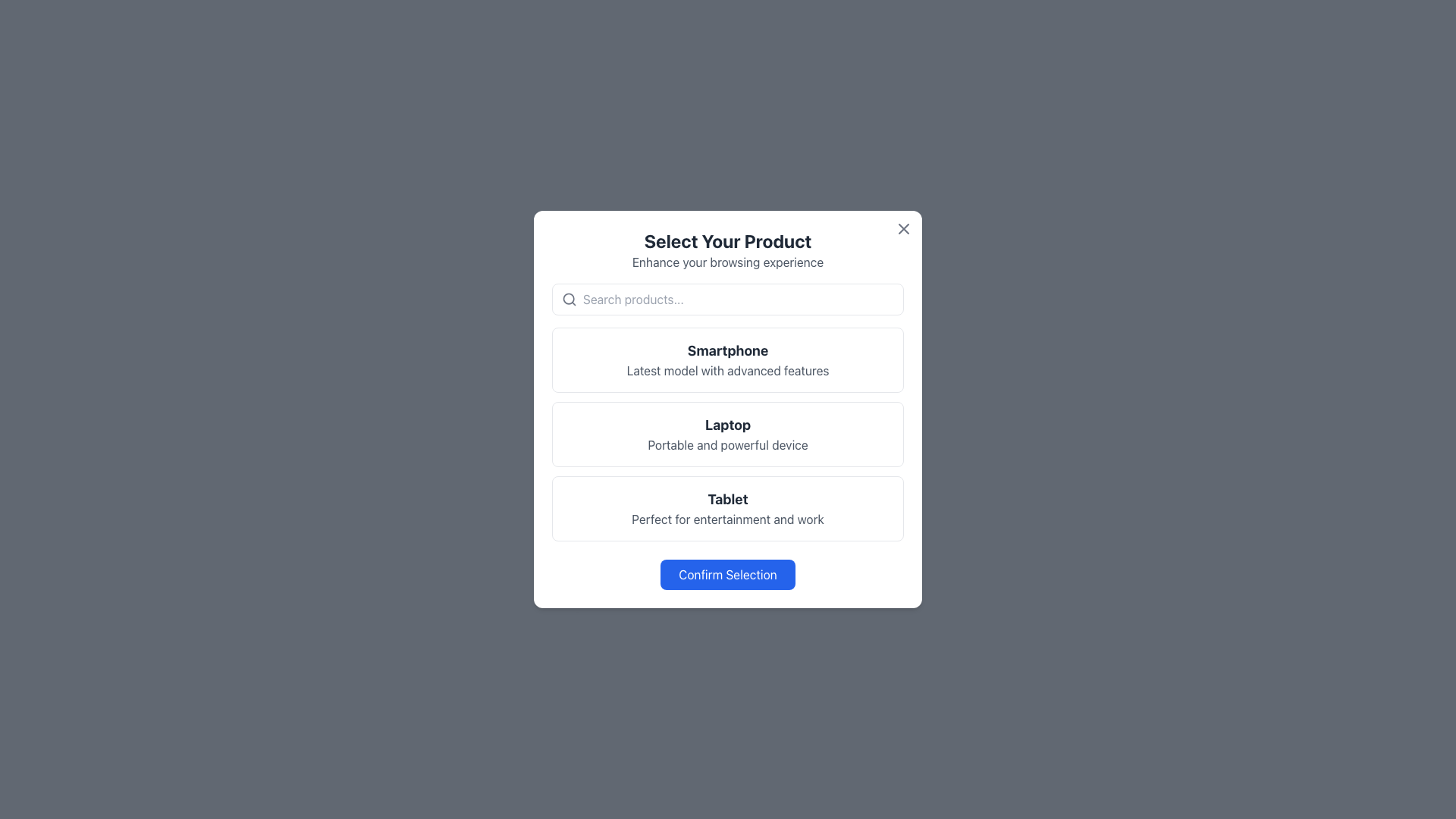 This screenshot has height=819, width=1456. I want to click on the search icon located within a bordered, rounded rectangle to the left of the 'Search products...' text input field to initiate a search, so click(568, 299).